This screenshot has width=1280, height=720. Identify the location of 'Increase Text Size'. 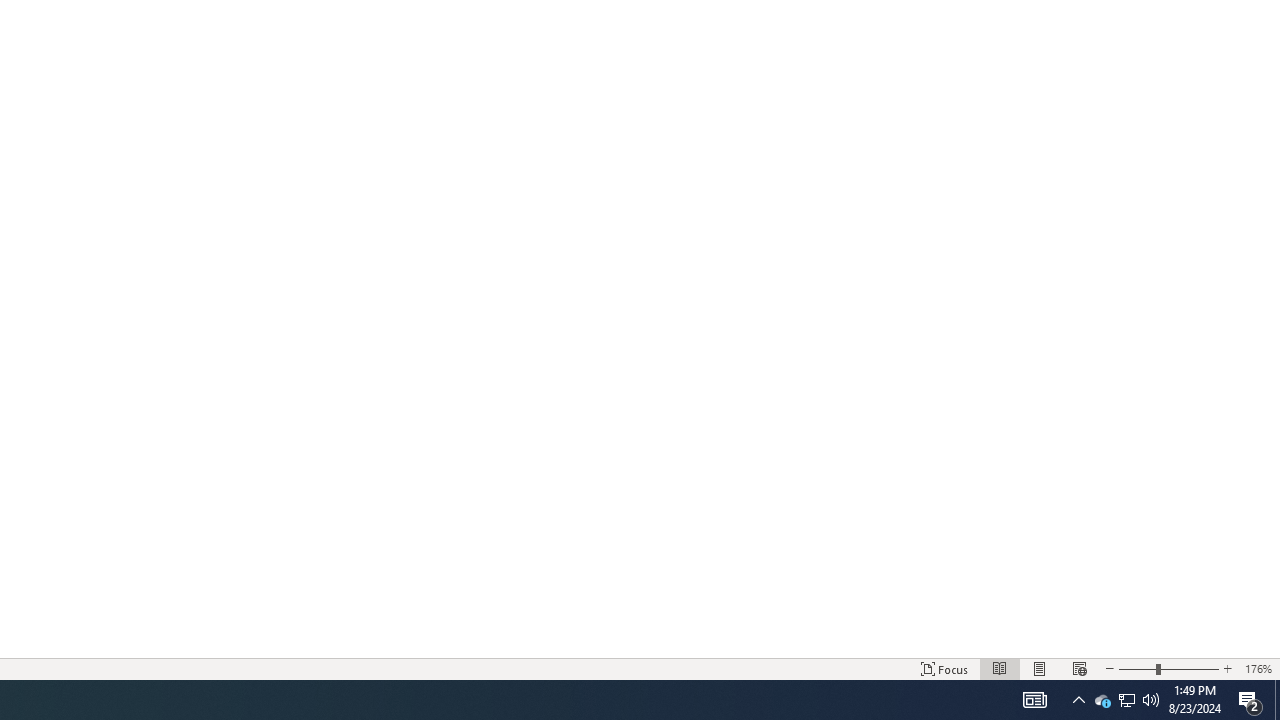
(1226, 669).